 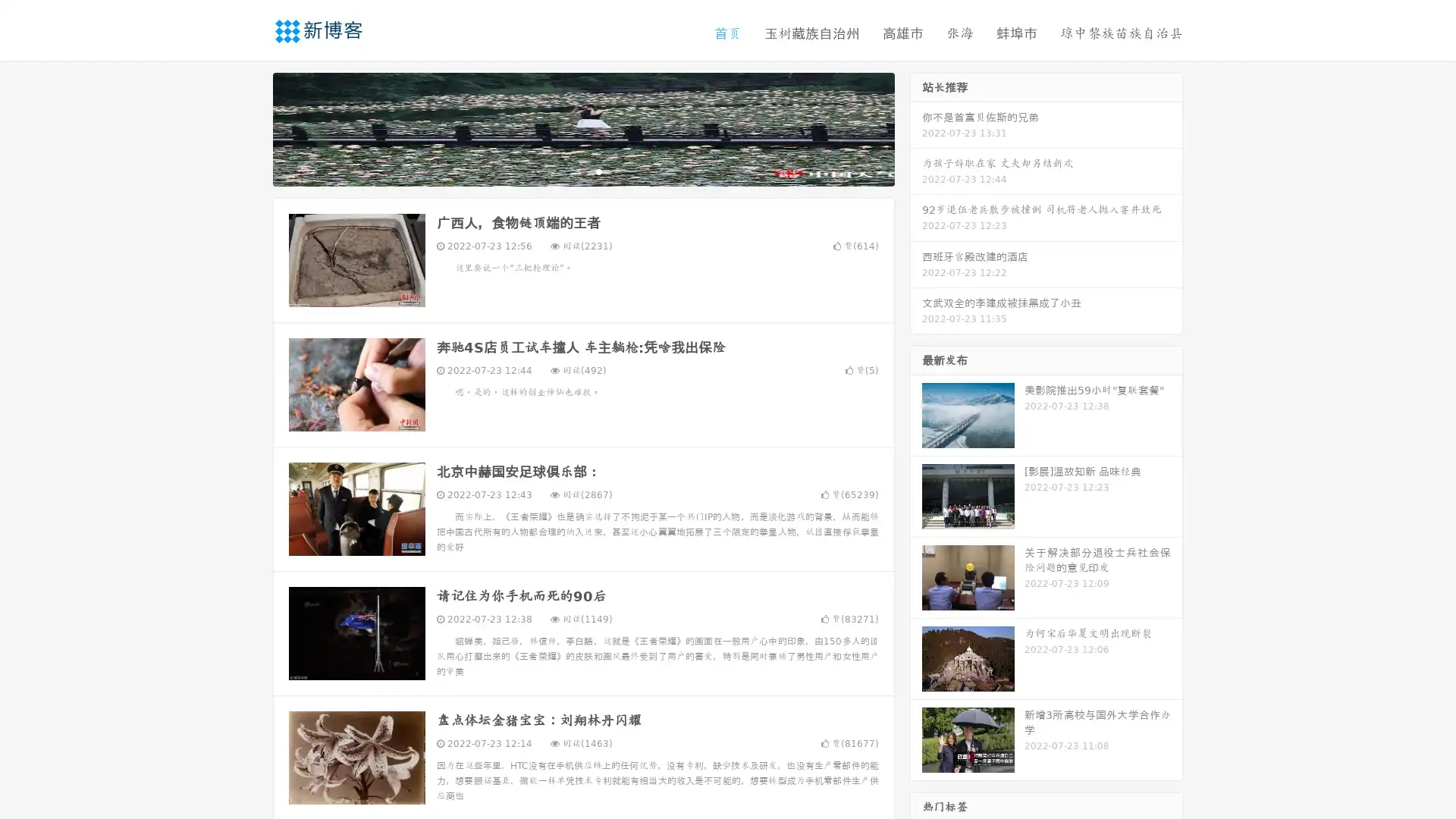 I want to click on Previous slide, so click(x=250, y=127).